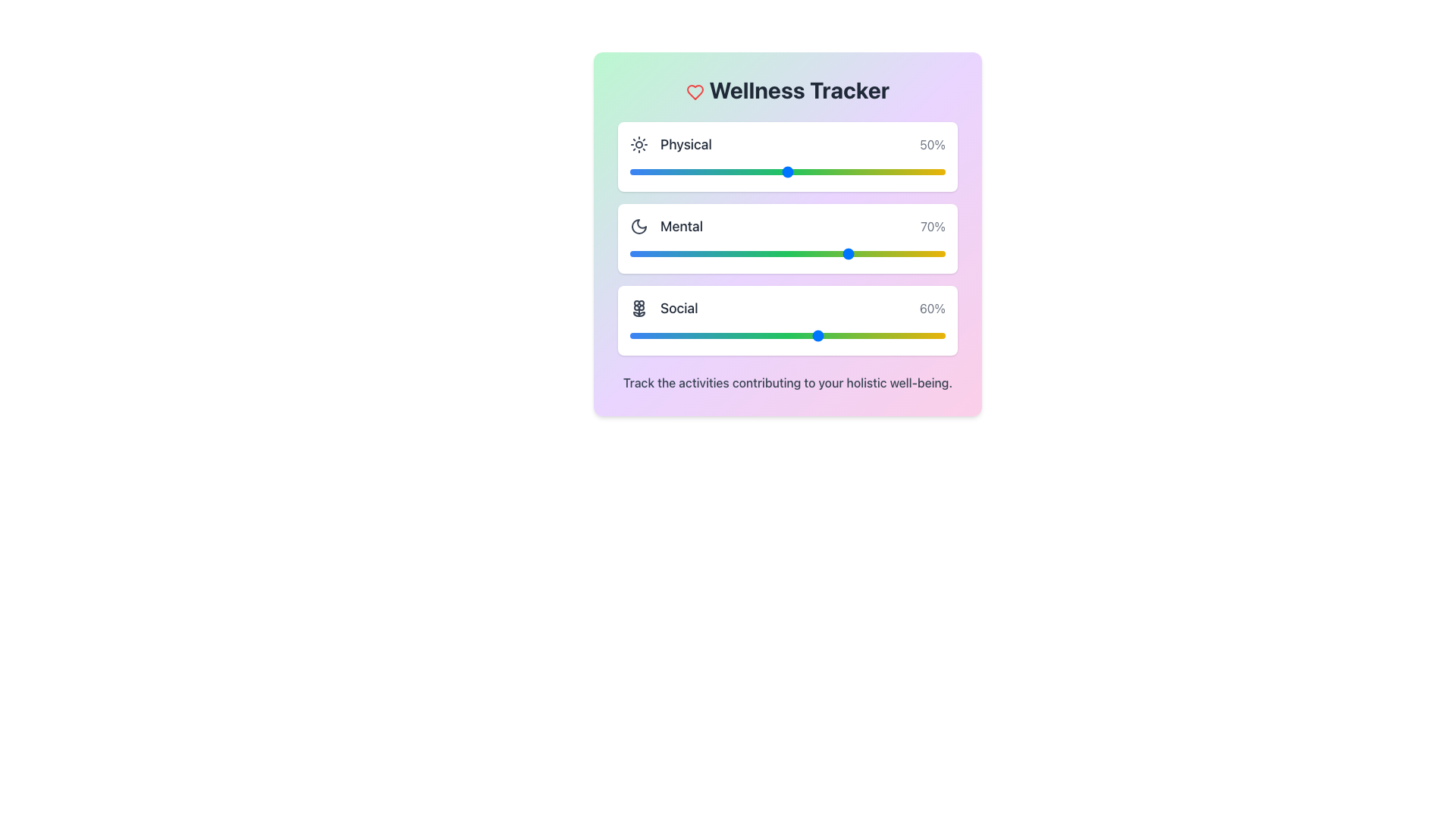  Describe the element at coordinates (778, 253) in the screenshot. I see `the slider` at that location.